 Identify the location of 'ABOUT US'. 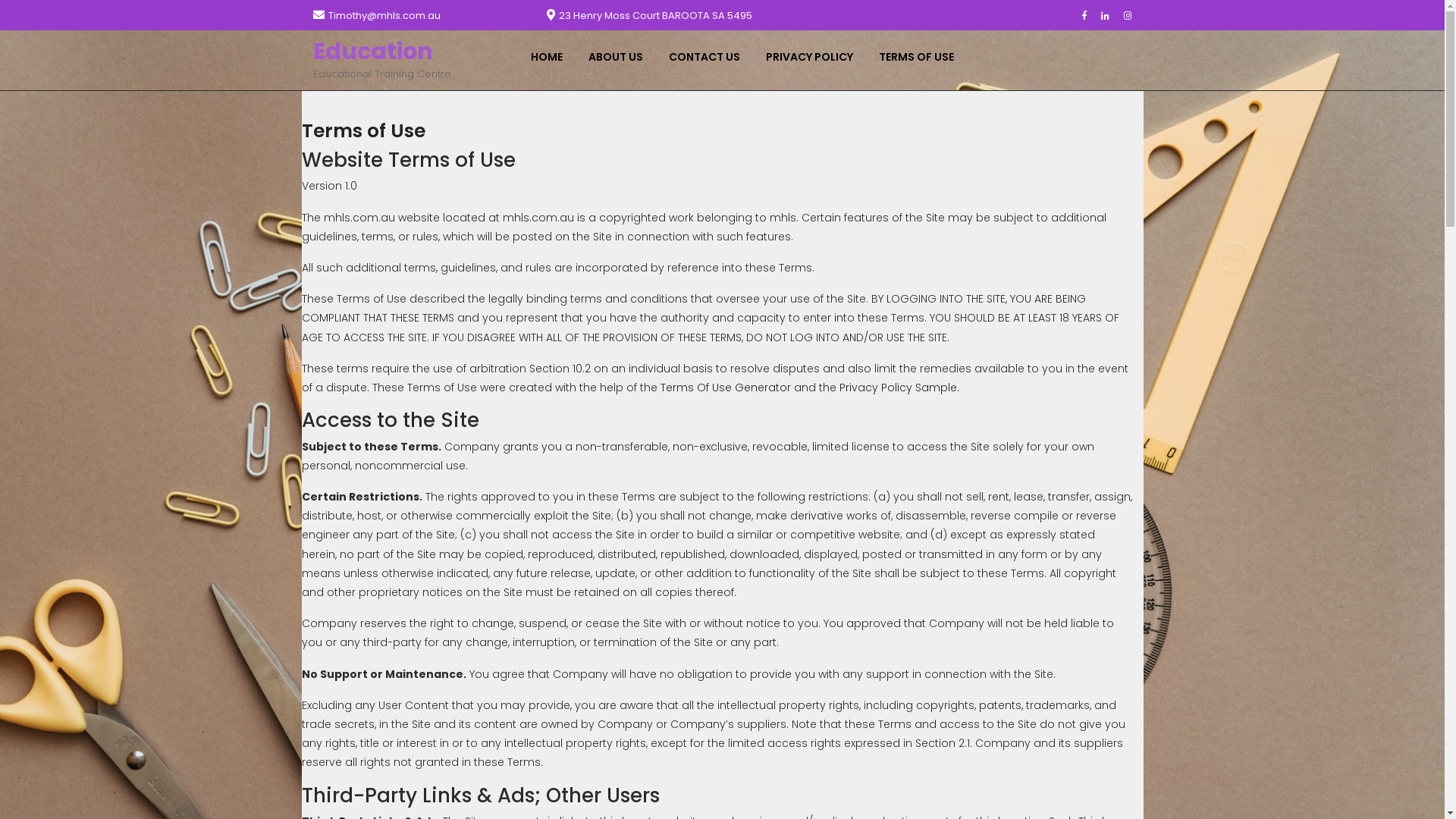
(619, 56).